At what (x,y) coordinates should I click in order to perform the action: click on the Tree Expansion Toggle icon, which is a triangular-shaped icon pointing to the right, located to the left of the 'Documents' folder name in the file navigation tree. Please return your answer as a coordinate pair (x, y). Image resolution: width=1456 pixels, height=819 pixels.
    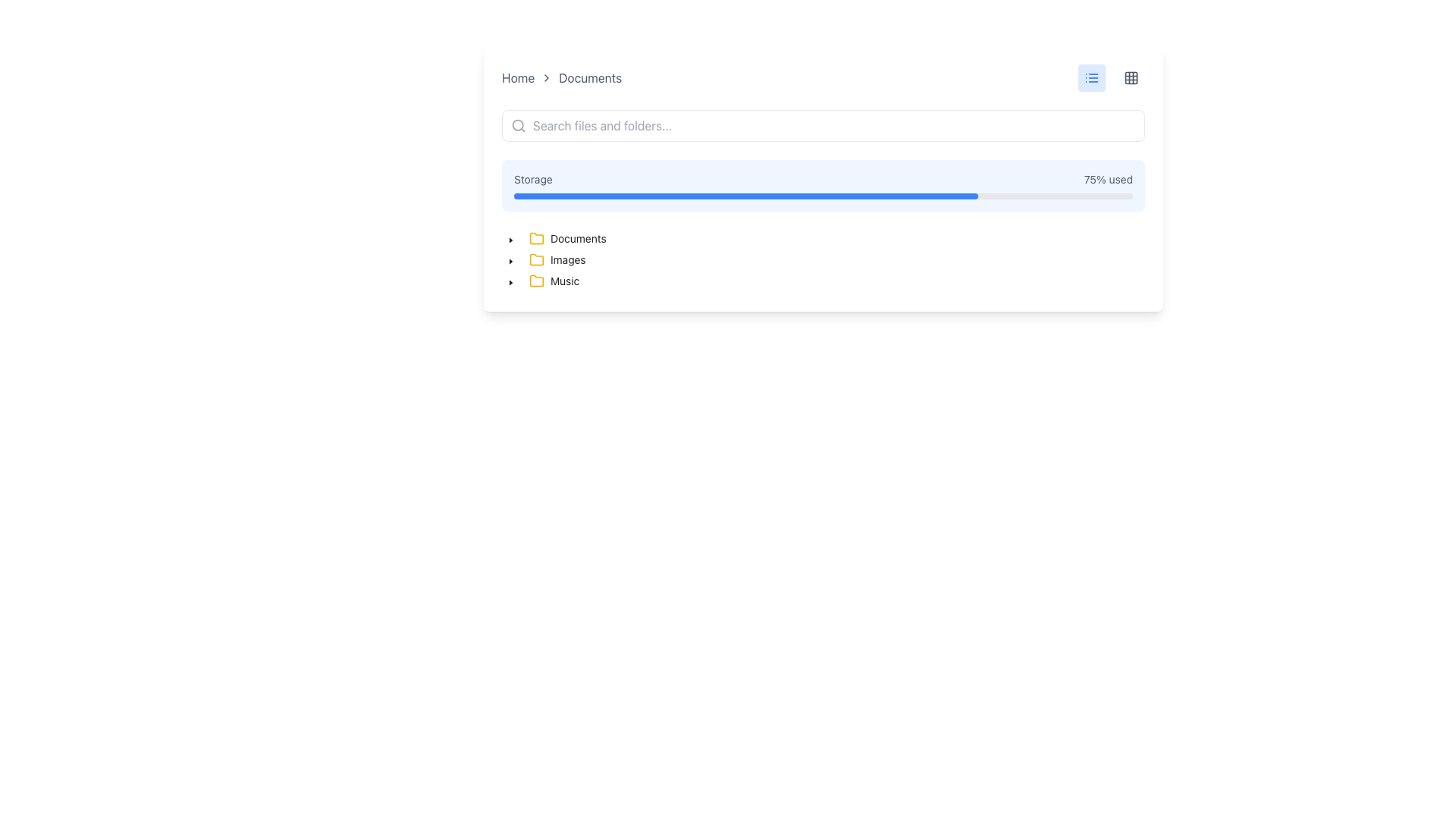
    Looking at the image, I should click on (510, 239).